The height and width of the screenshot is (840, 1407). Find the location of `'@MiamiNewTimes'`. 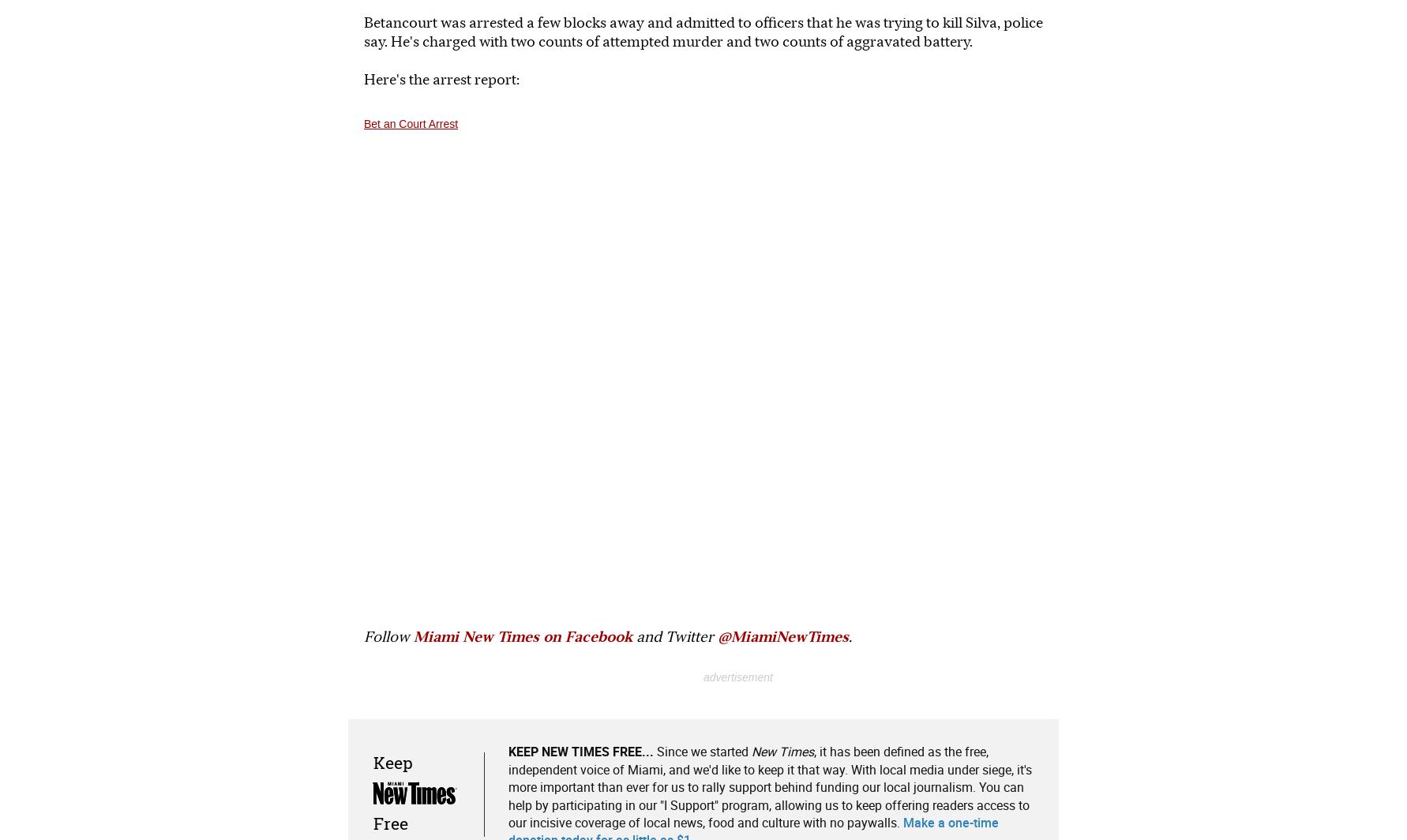

'@MiamiNewTimes' is located at coordinates (782, 636).